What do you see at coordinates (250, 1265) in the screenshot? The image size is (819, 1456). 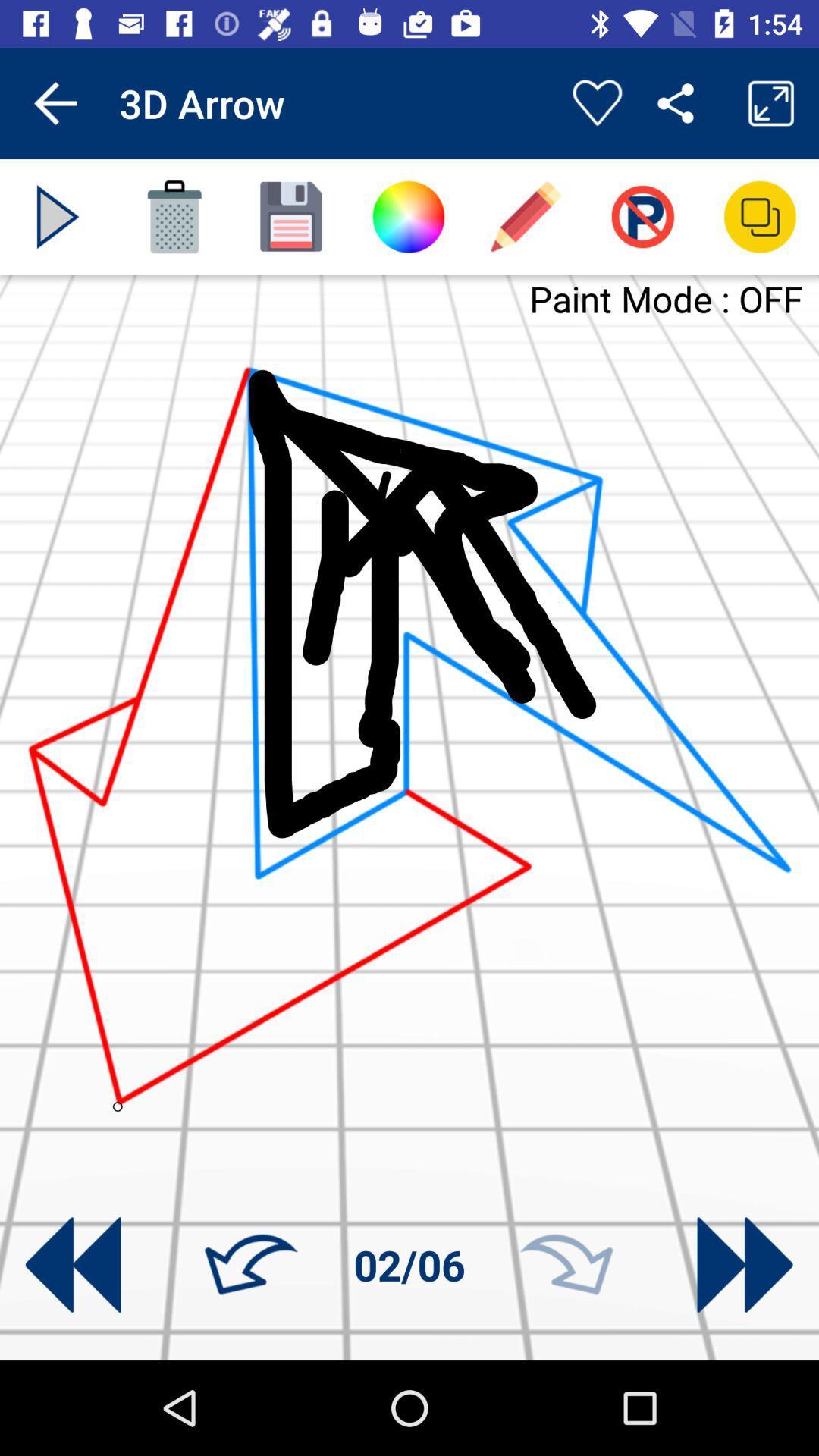 I see `the icon to the left of the 02/06 icon` at bounding box center [250, 1265].